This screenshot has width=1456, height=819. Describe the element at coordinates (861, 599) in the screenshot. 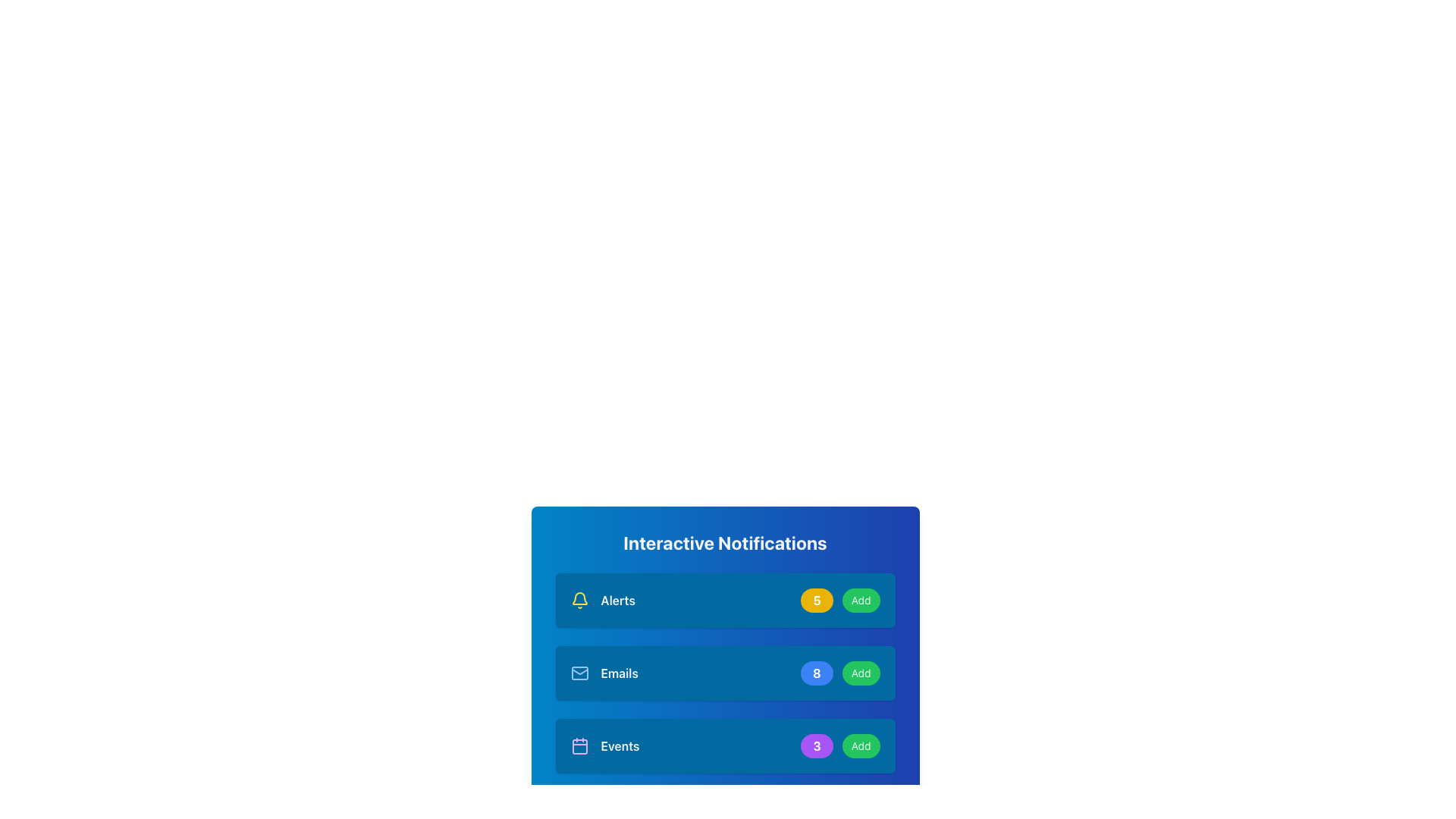

I see `the green pill-shaped button labeled 'Add' located in the first row under the 'Interactive Notifications' panel, to the right of a yellow circular badge with the text '5'` at that location.